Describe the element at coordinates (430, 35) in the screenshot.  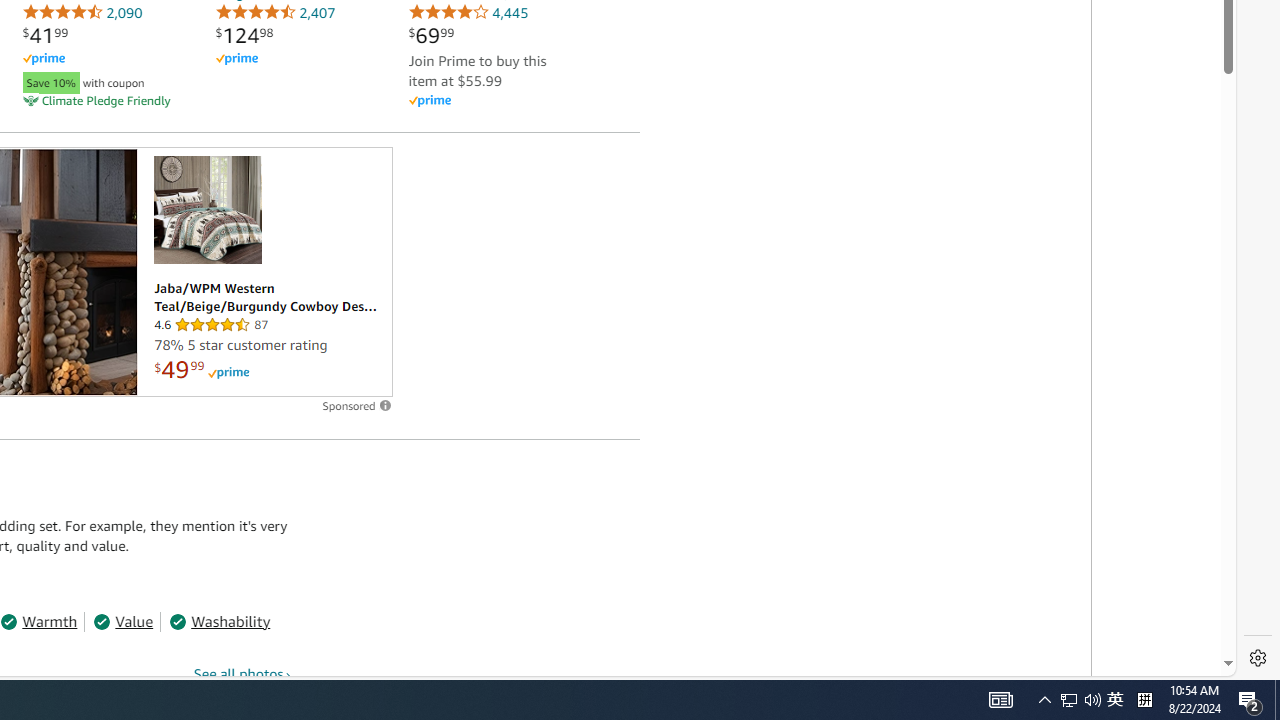
I see `'$69.99'` at that location.